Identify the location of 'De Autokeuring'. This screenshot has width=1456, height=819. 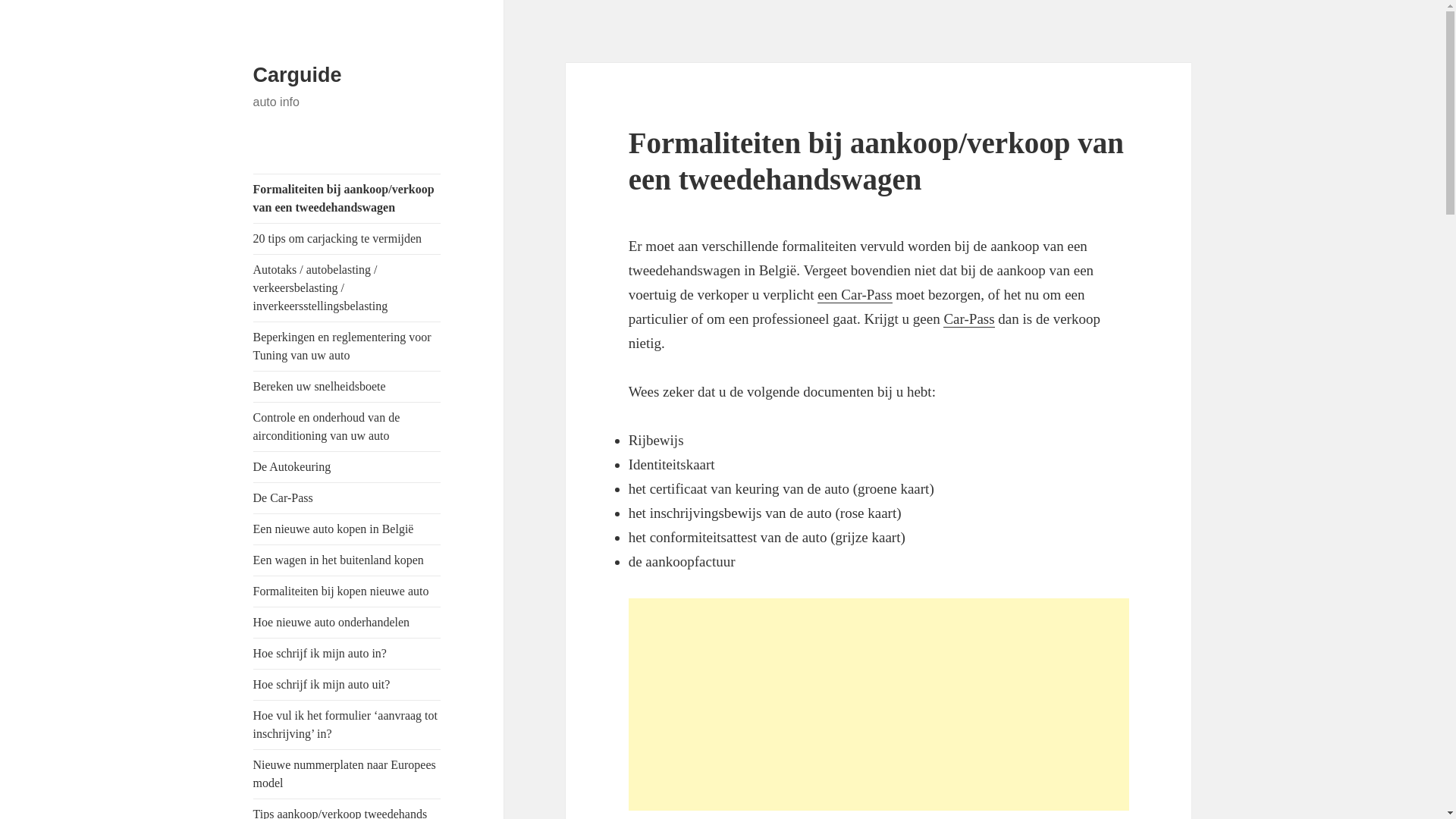
(346, 466).